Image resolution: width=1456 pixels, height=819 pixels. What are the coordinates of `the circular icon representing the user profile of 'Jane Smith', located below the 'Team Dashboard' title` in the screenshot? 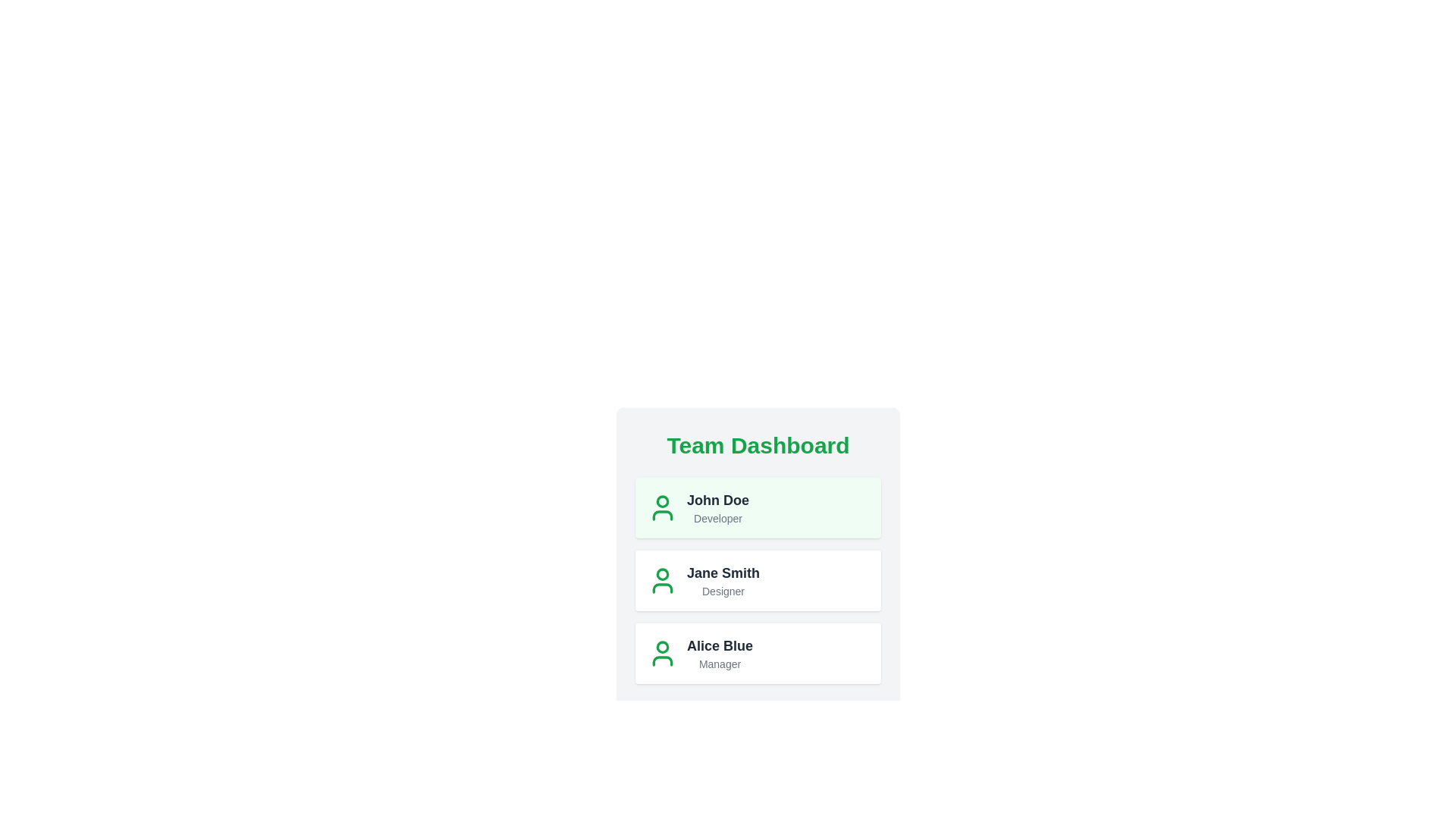 It's located at (662, 573).